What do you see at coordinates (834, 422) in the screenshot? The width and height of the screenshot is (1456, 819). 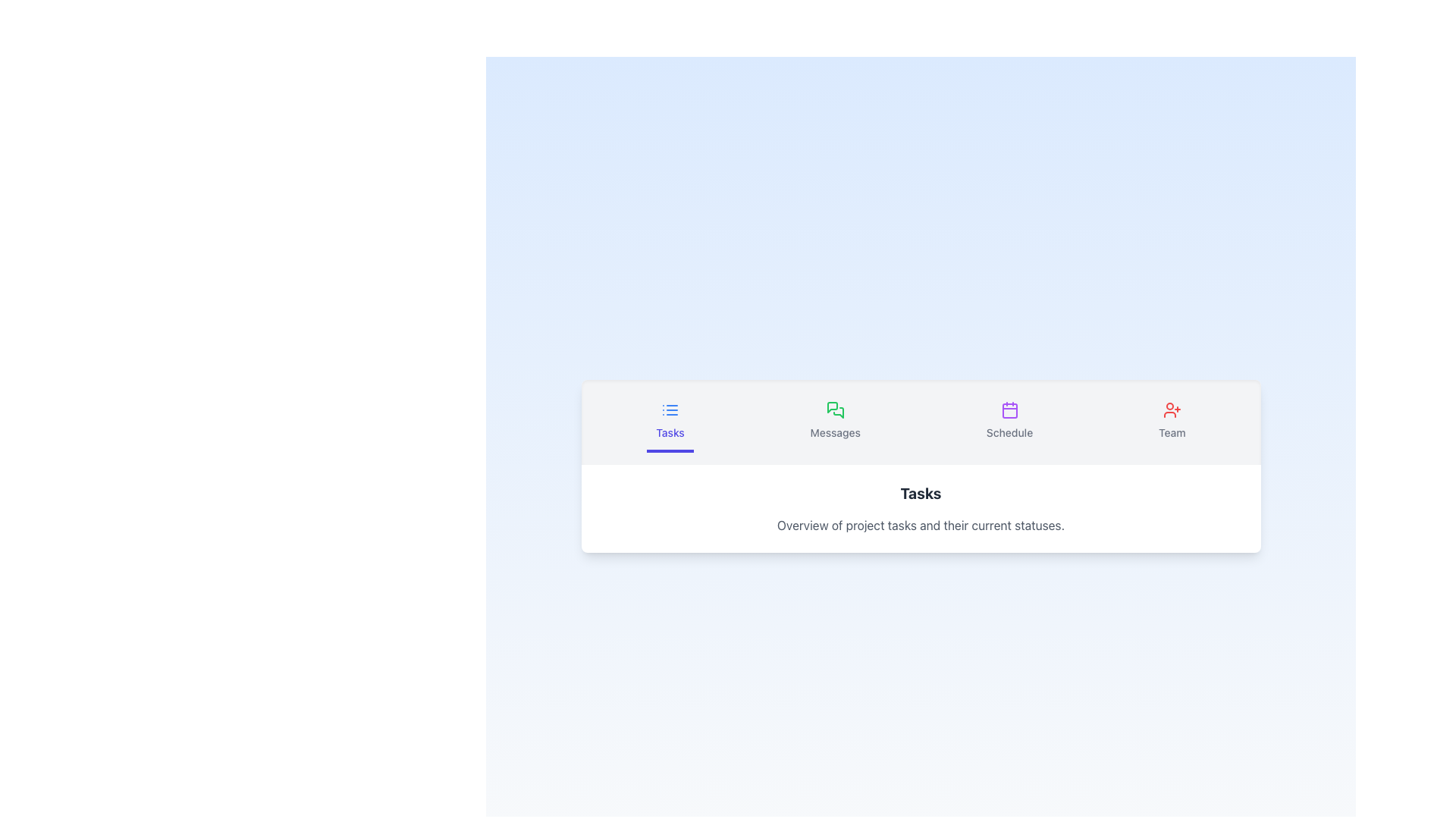 I see `the 'Messages' button which features a green speech bubble icon above the gray text label` at bounding box center [834, 422].